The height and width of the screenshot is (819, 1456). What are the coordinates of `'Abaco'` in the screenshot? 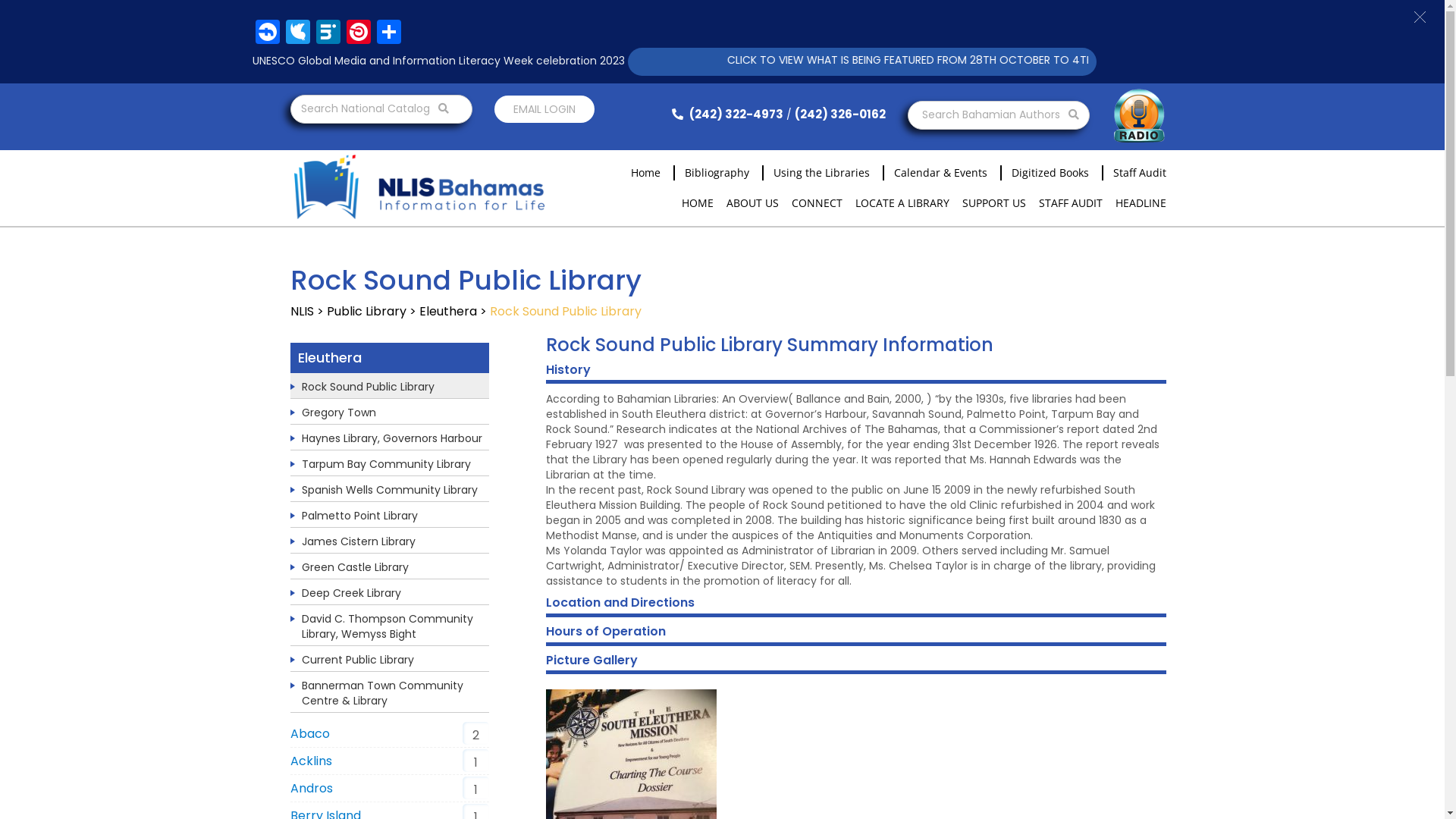 It's located at (309, 733).